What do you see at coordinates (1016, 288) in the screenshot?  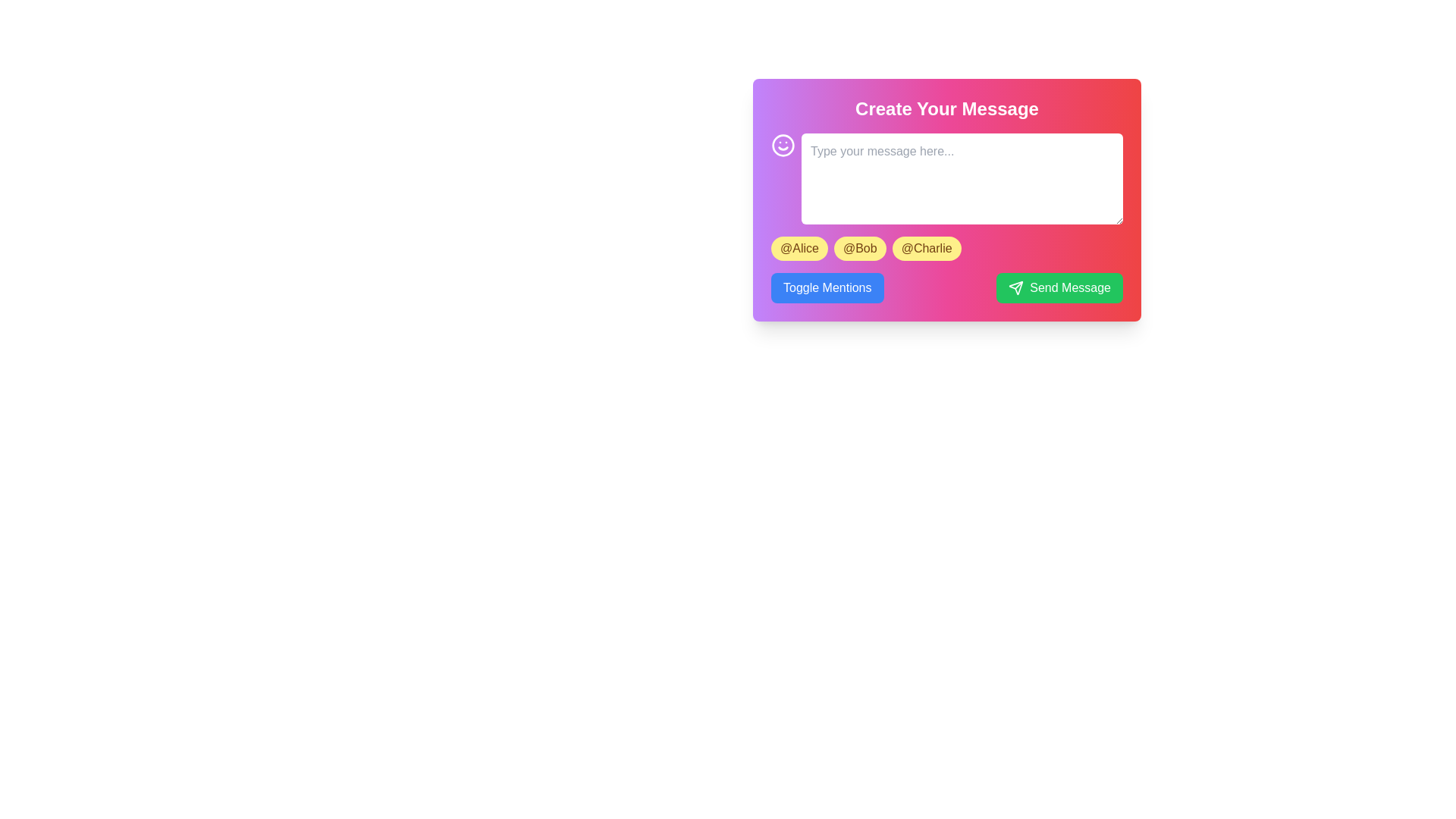 I see `the stylized send icon within the 'Send Message' button, which has a green background and is located at the bottom-right corner of the message creation panel` at bounding box center [1016, 288].